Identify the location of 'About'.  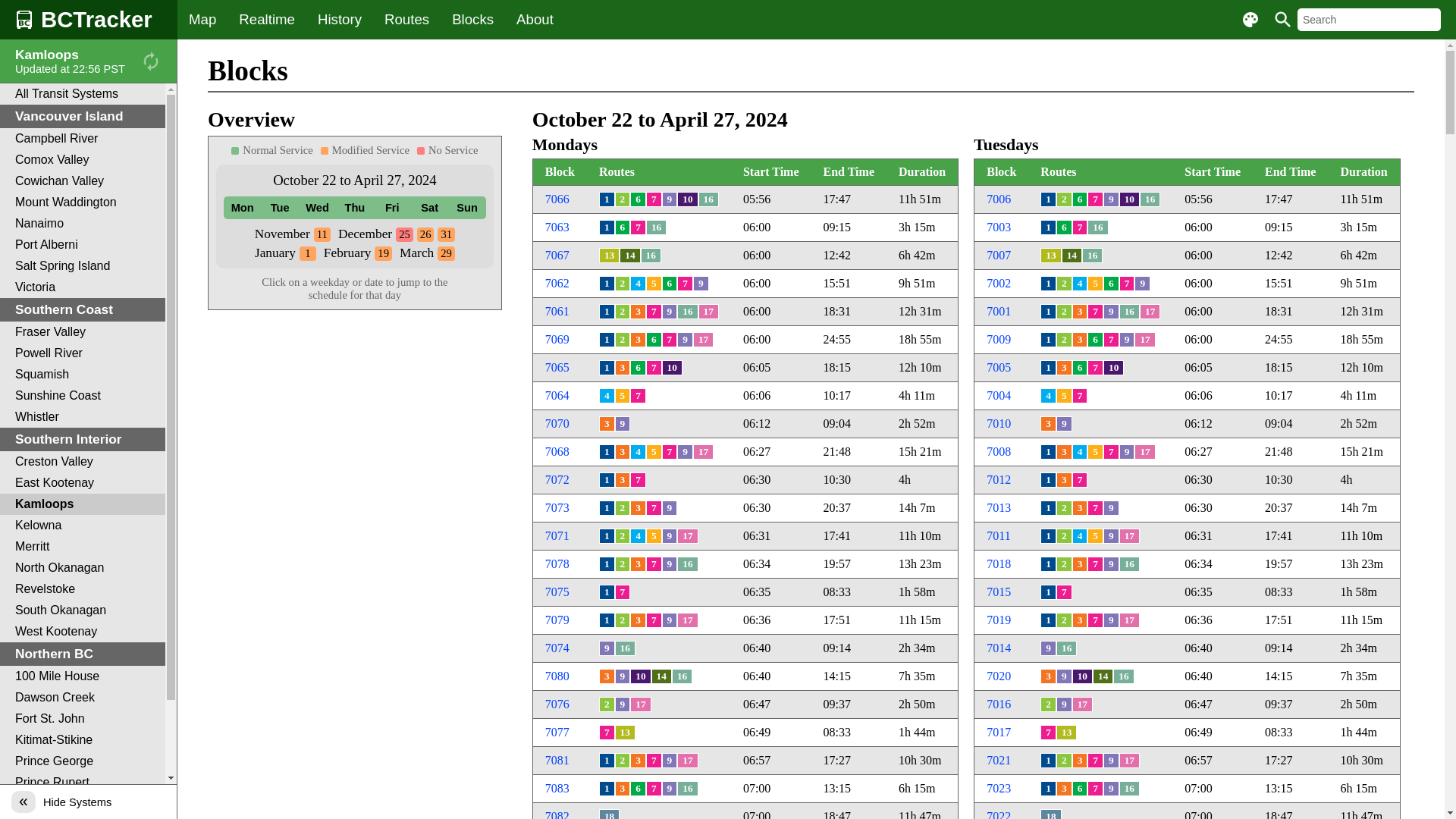
(535, 20).